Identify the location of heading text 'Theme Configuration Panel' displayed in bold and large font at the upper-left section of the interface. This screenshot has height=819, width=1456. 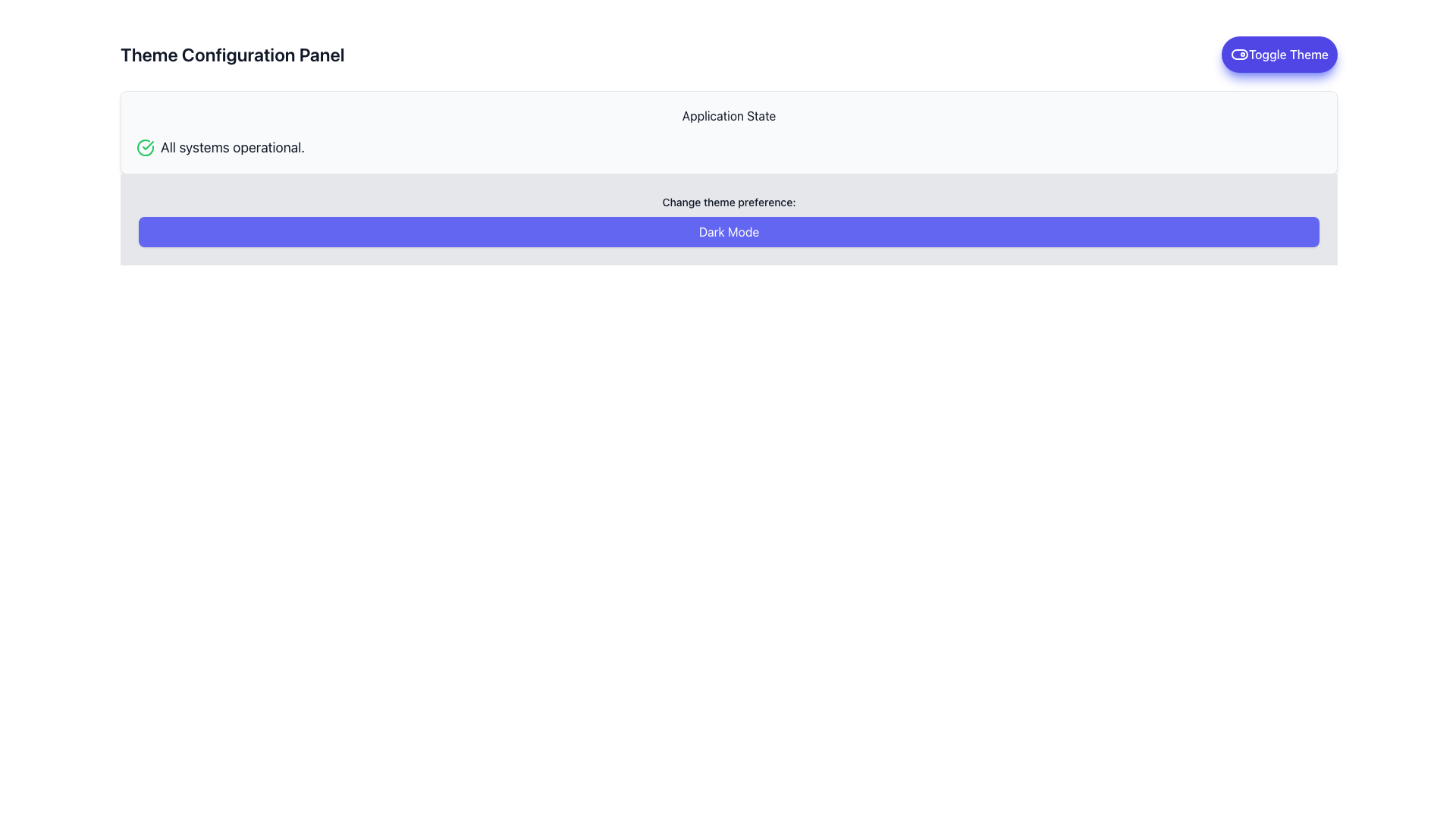
(231, 54).